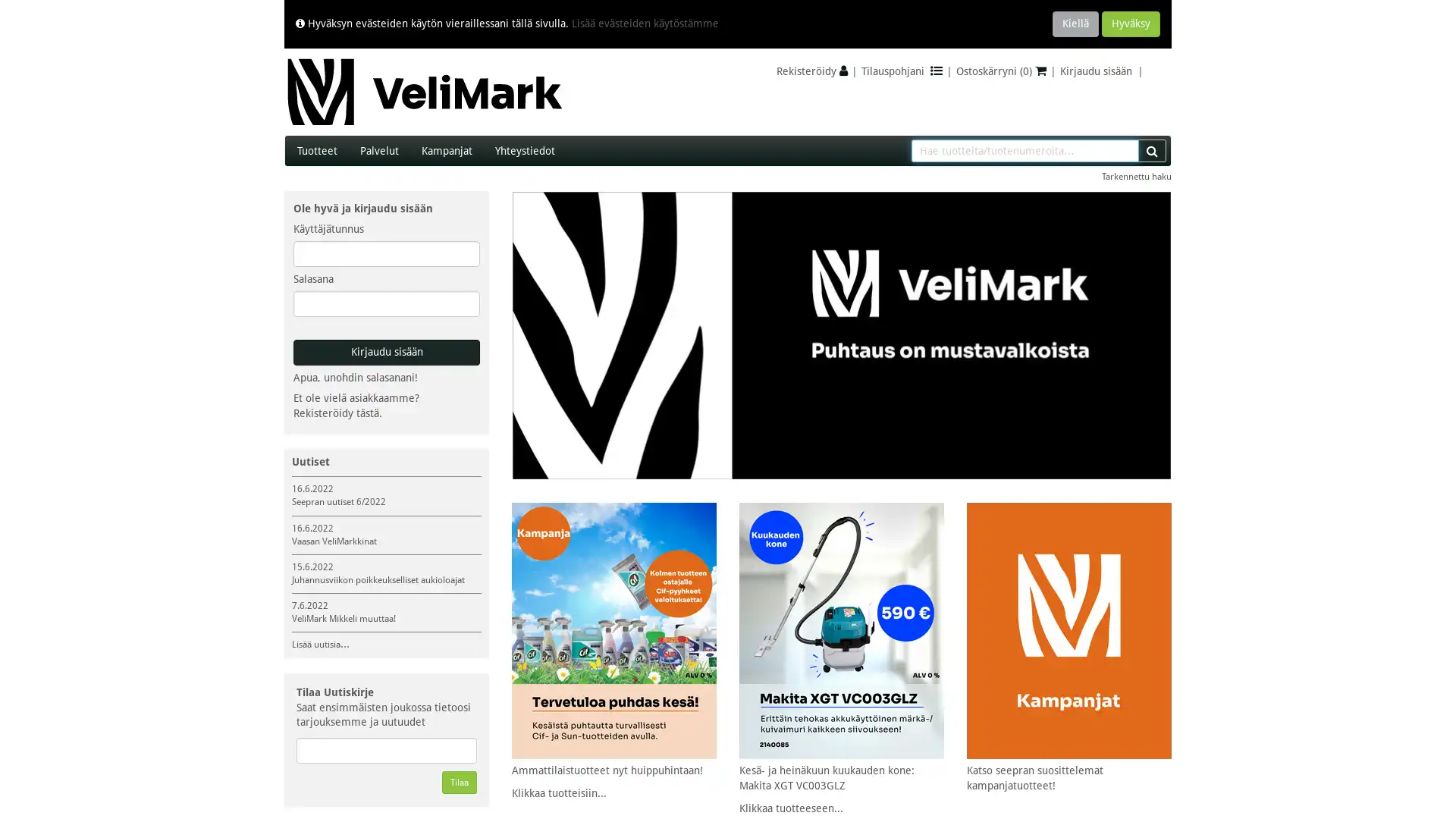  What do you see at coordinates (458, 783) in the screenshot?
I see `Tilaa` at bounding box center [458, 783].